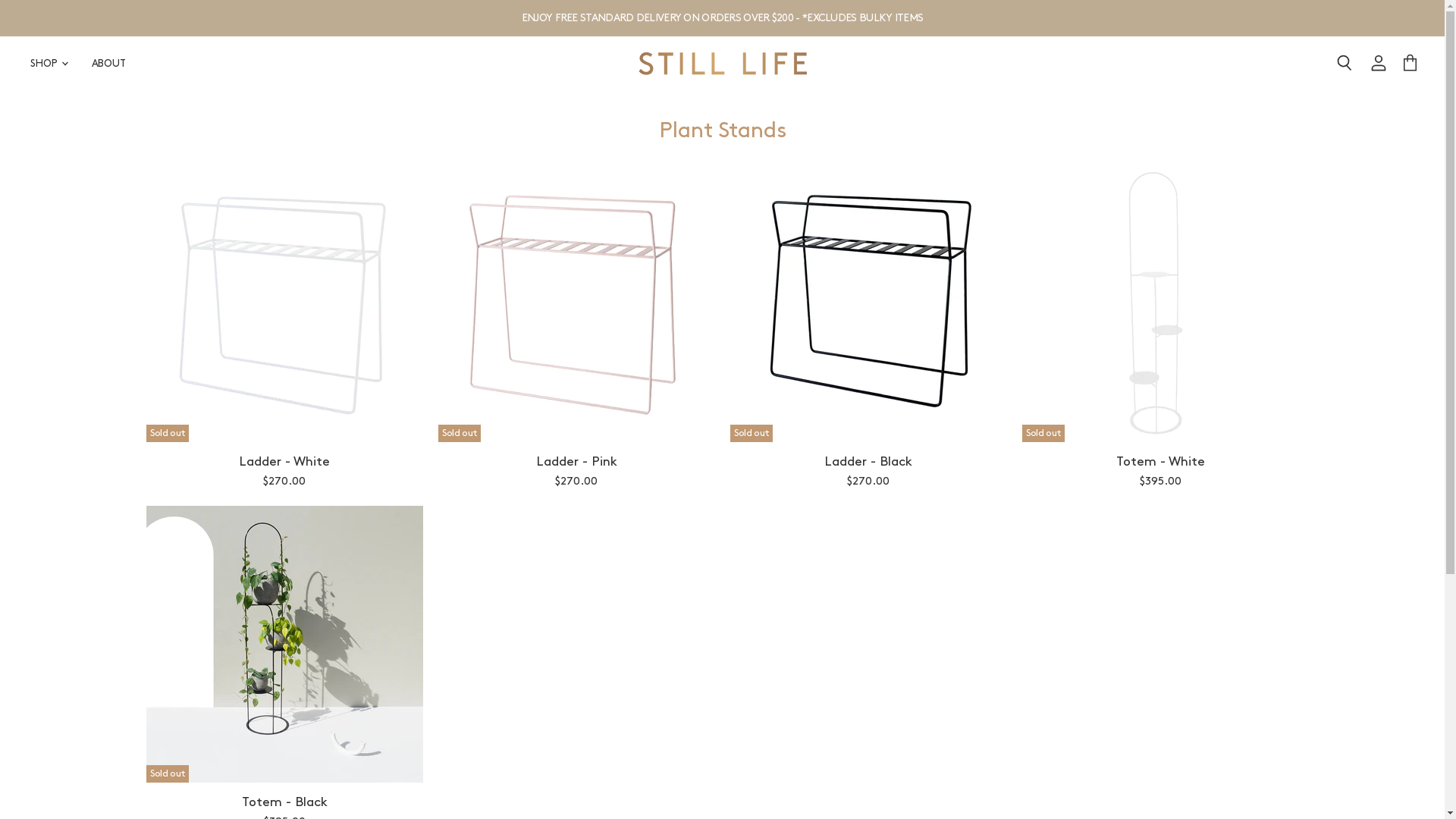 Image resolution: width=1456 pixels, height=819 pixels. I want to click on 'View cart', so click(1395, 63).